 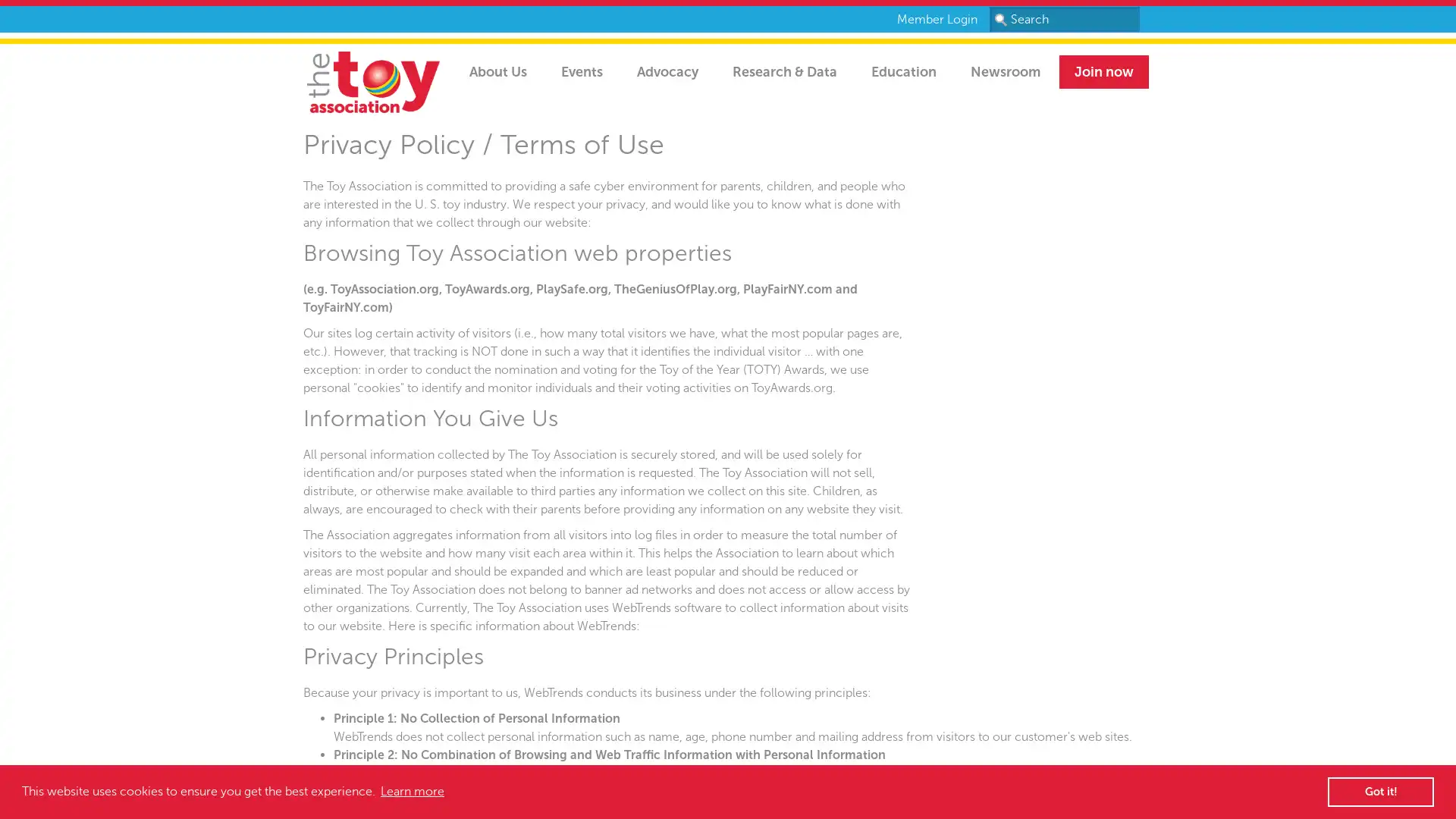 I want to click on dismiss cookie message, so click(x=1380, y=791).